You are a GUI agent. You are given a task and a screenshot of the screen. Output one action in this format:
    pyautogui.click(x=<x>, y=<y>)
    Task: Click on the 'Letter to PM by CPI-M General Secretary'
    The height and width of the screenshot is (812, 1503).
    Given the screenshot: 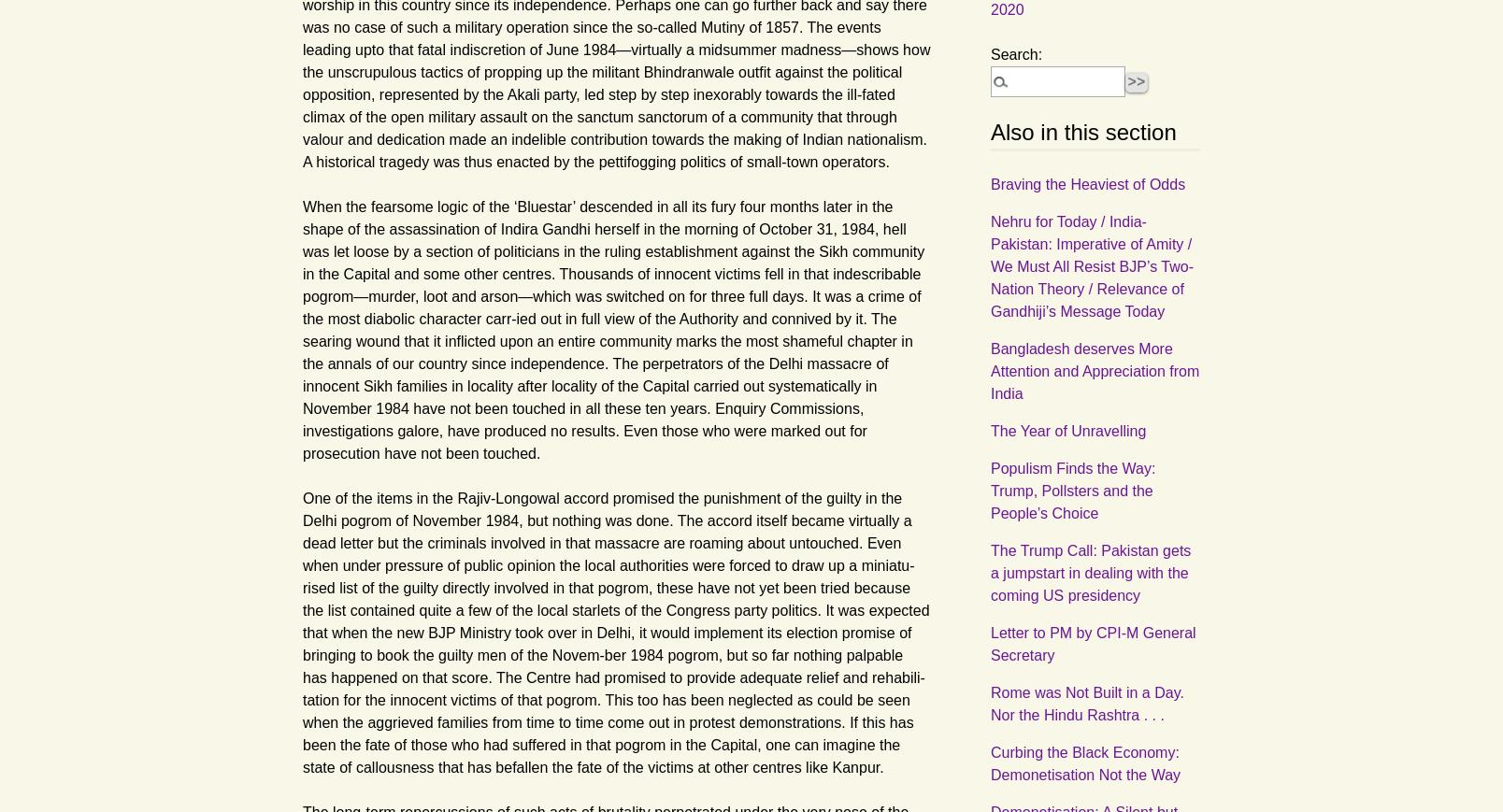 What is the action you would take?
    pyautogui.click(x=1093, y=643)
    